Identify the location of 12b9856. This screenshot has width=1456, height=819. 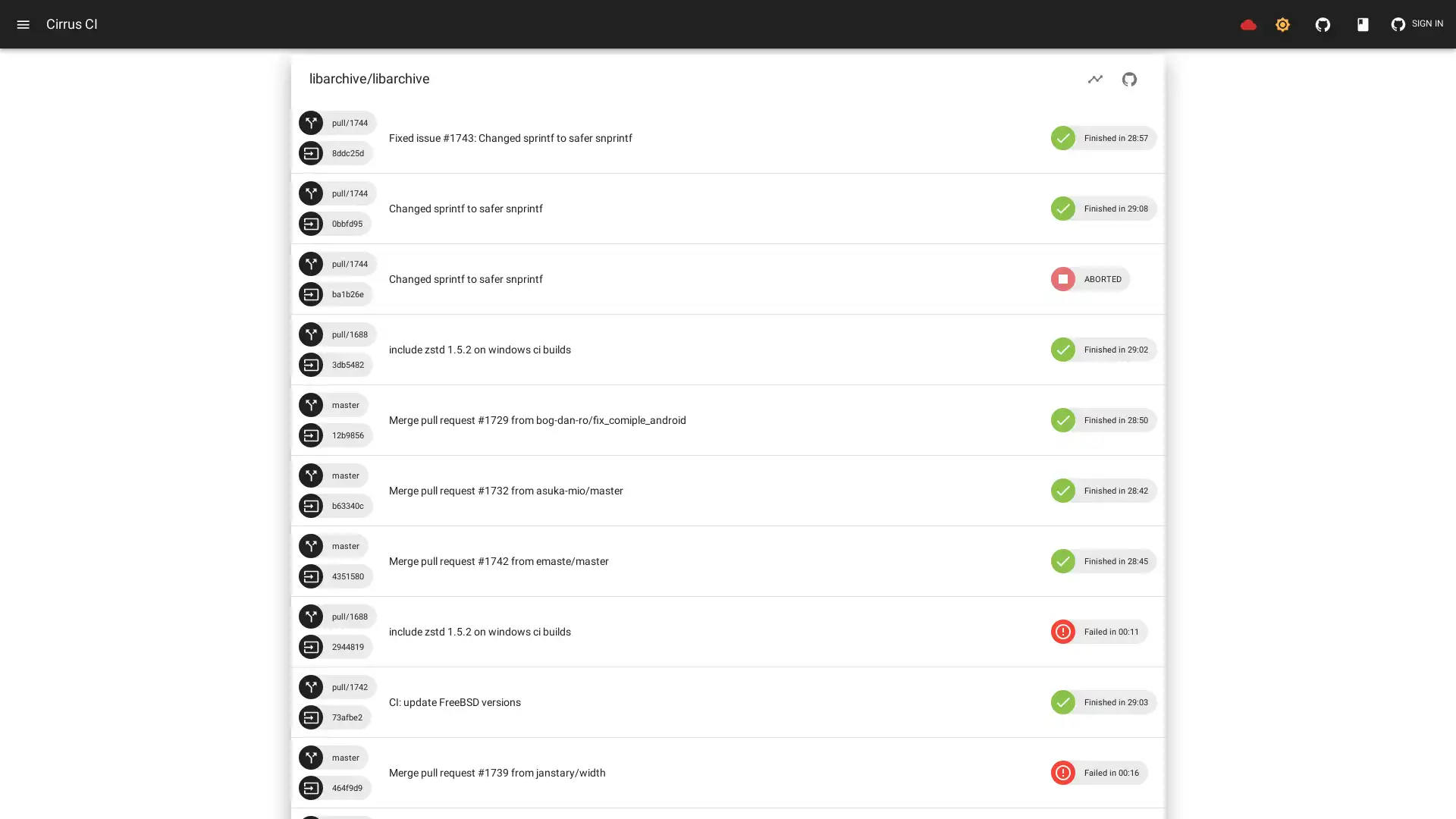
(334, 435).